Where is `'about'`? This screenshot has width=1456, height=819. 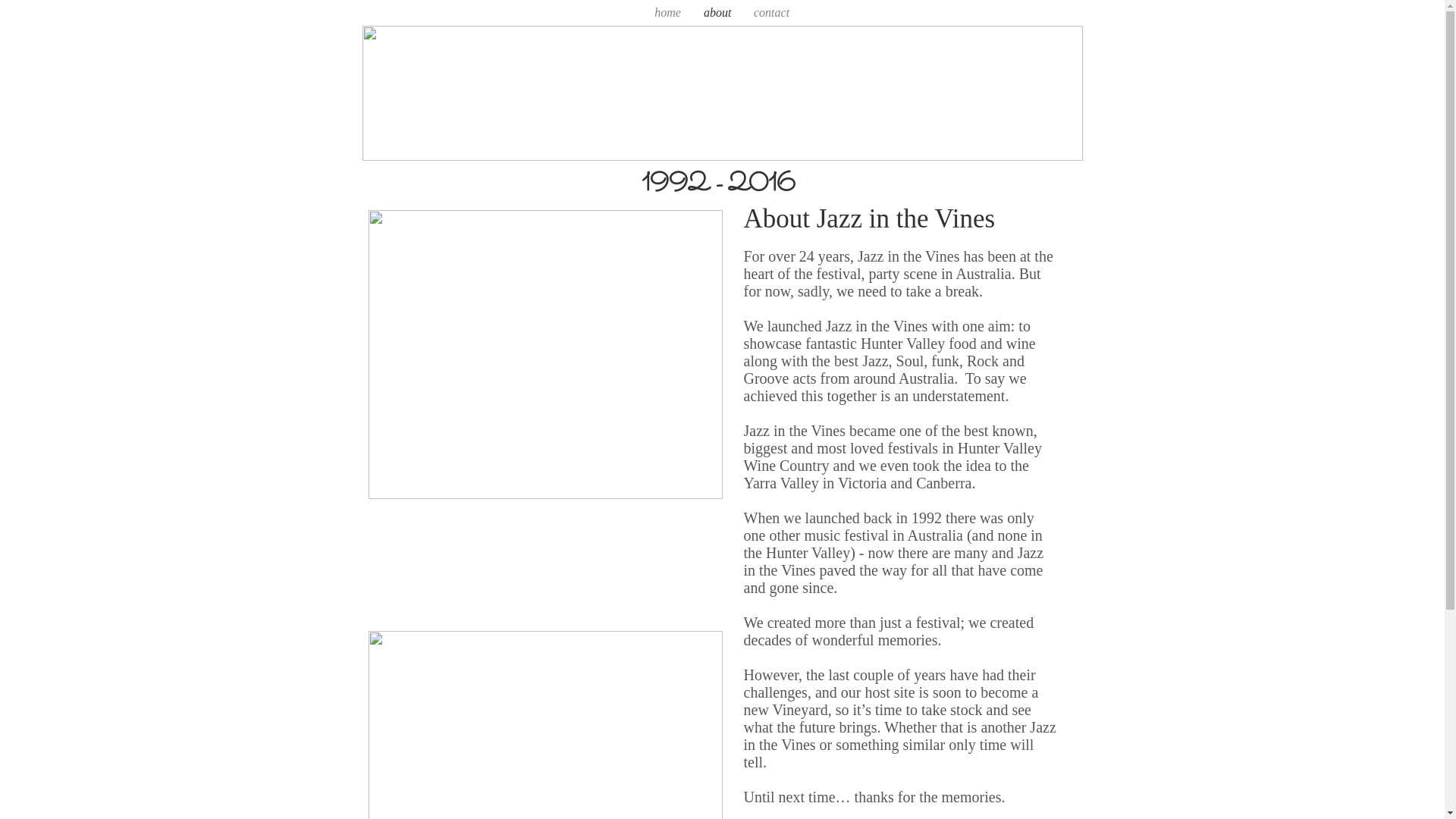 'about' is located at coordinates (716, 12).